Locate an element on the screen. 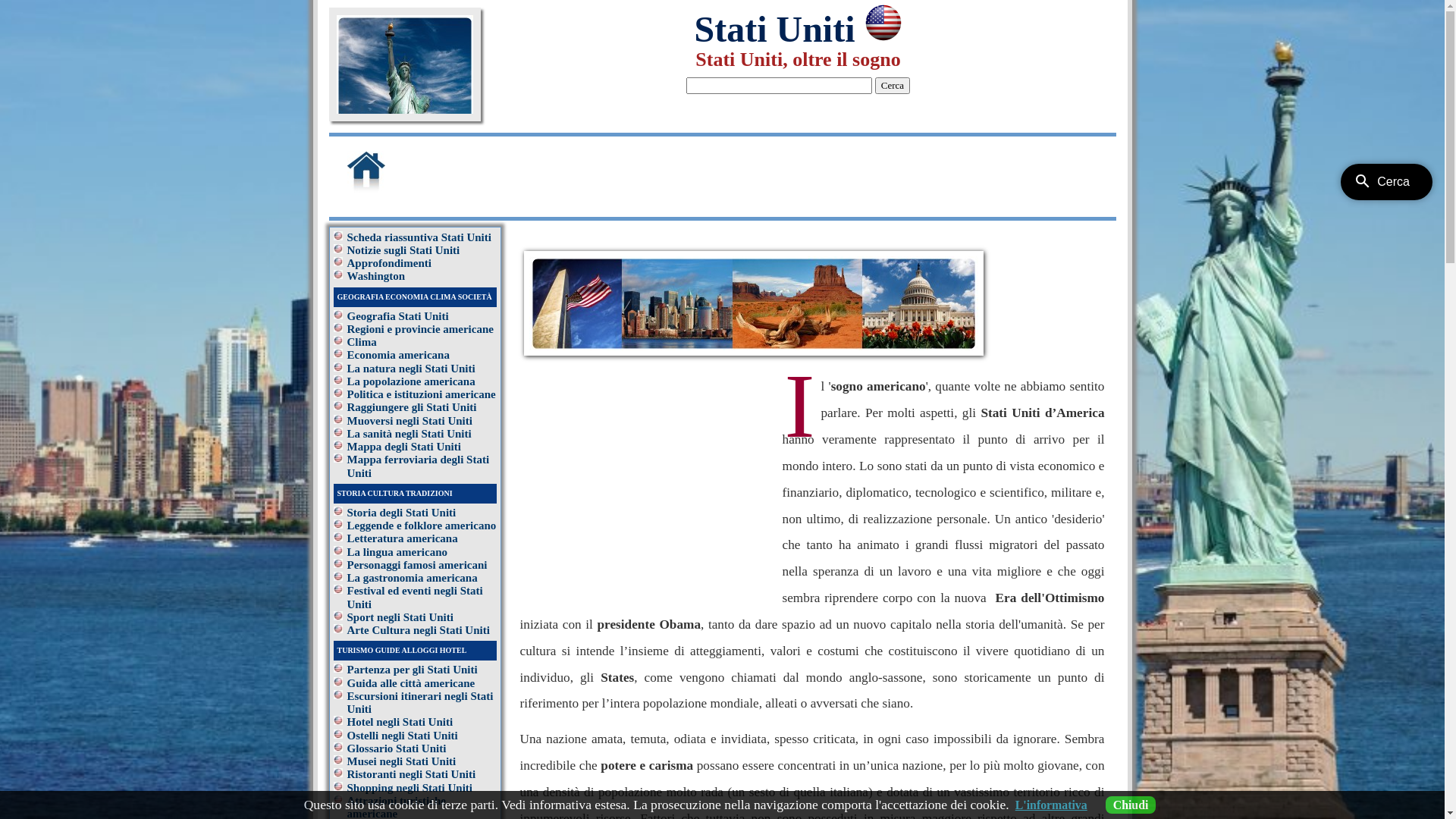 The width and height of the screenshot is (1456, 819). 'Sport negli Stati Uniti' is located at coordinates (400, 617).